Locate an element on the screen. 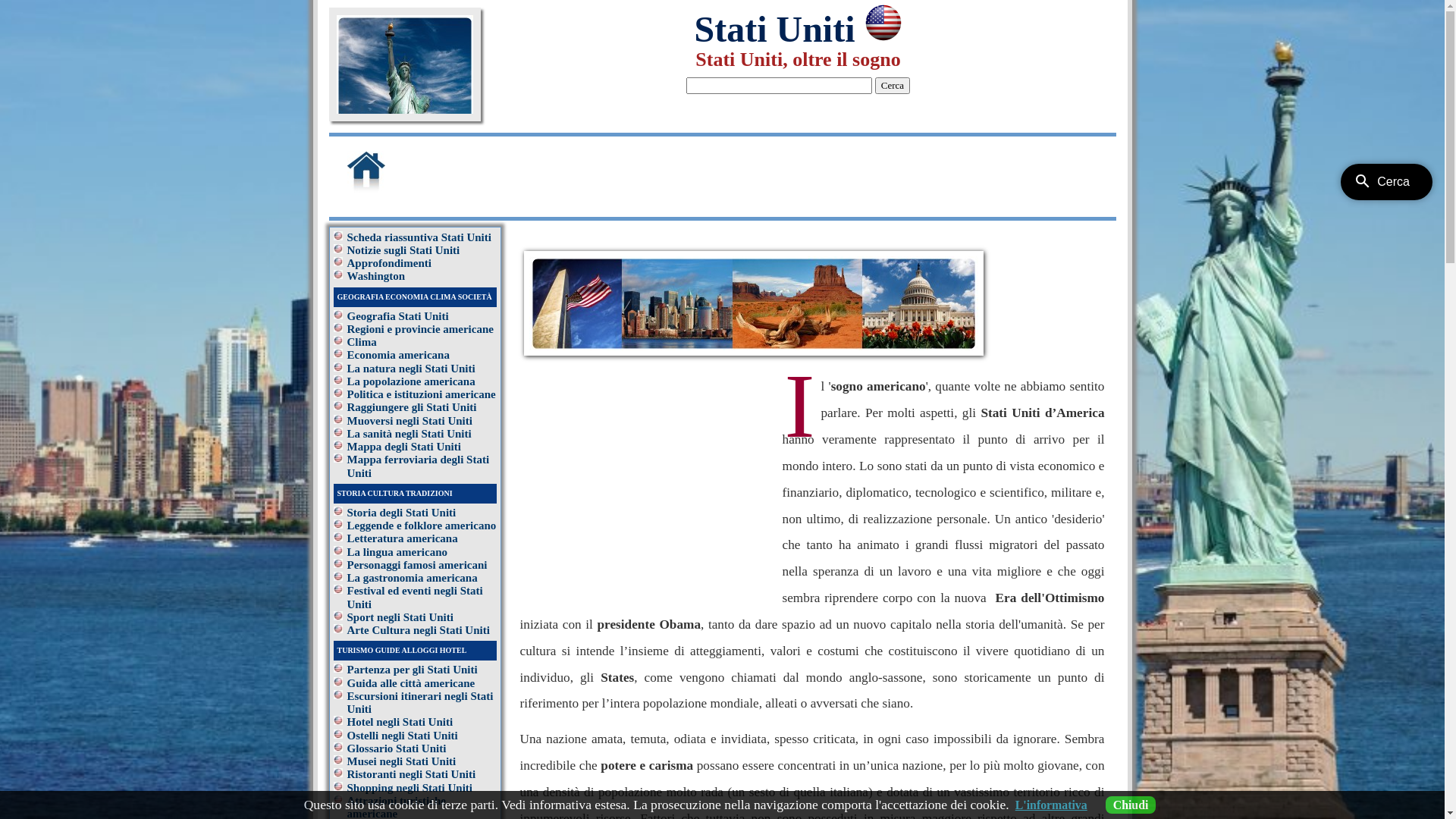 The width and height of the screenshot is (1456, 819). 'Sport negli Stati Uniti' is located at coordinates (400, 617).